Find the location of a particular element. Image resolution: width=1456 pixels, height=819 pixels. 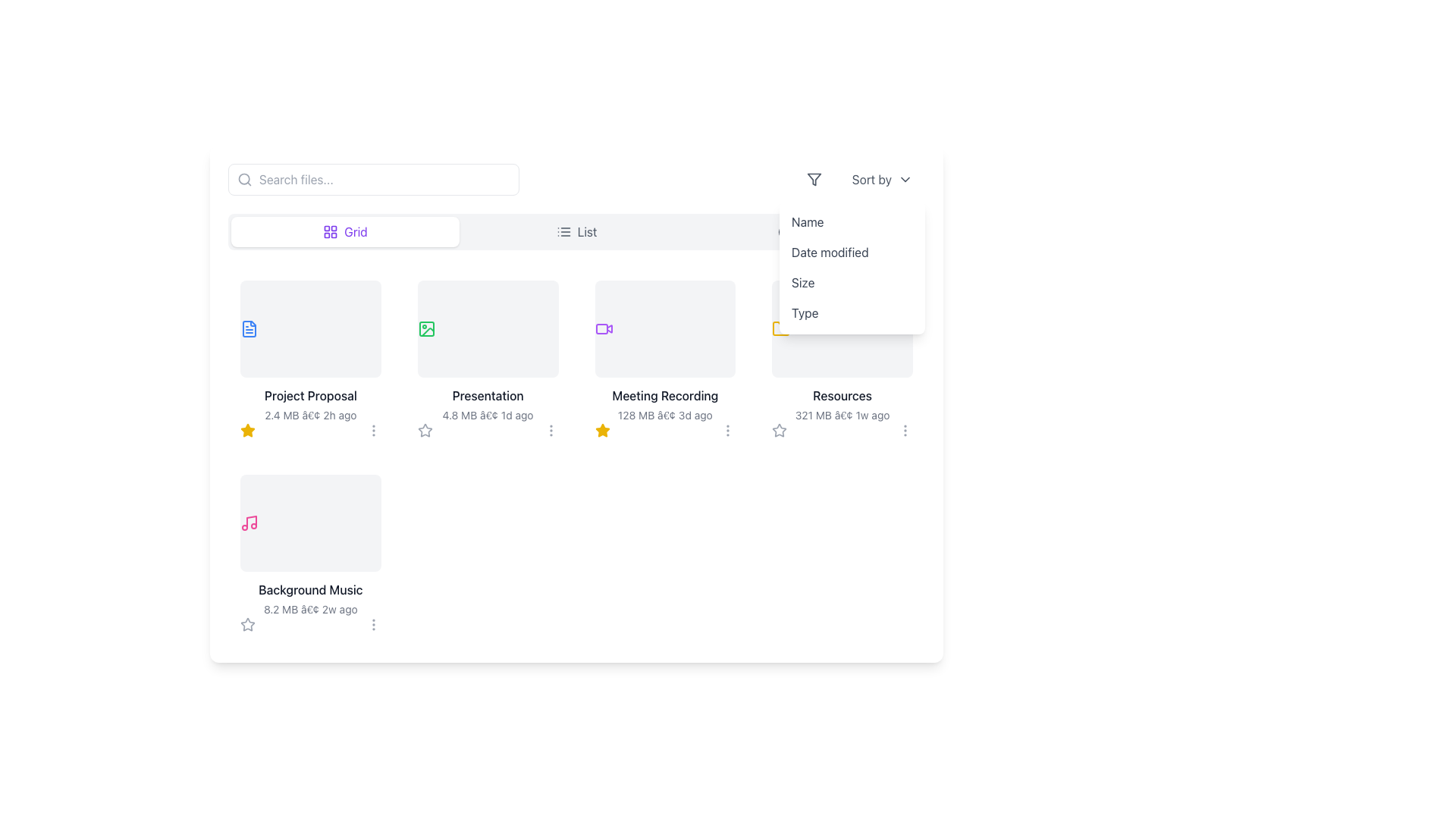

the dropdown menu icon located within the 'Sort by' button in the top-right section of the interface is located at coordinates (905, 178).